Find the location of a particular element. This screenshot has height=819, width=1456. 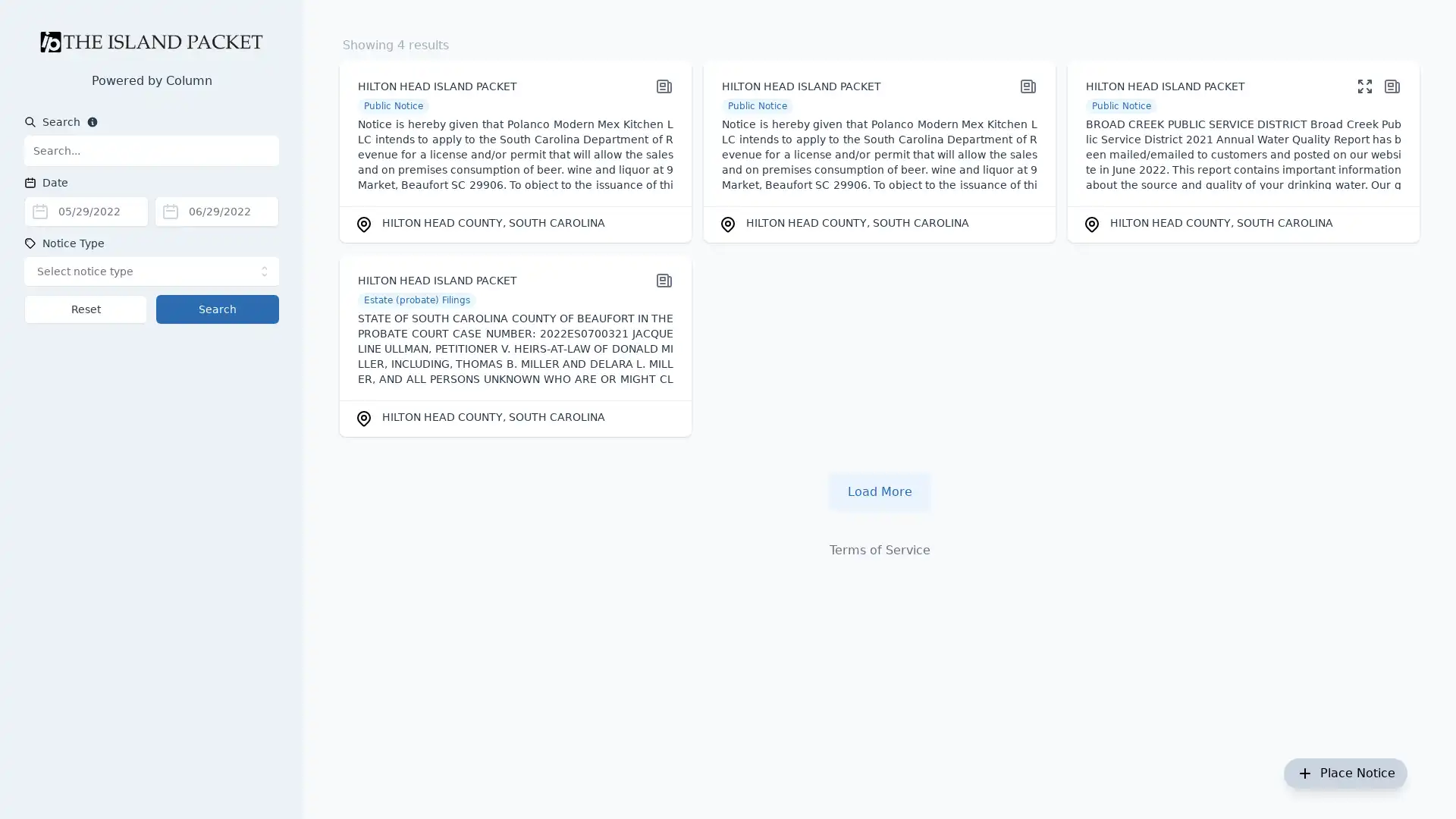

Reset search is located at coordinates (85, 309).